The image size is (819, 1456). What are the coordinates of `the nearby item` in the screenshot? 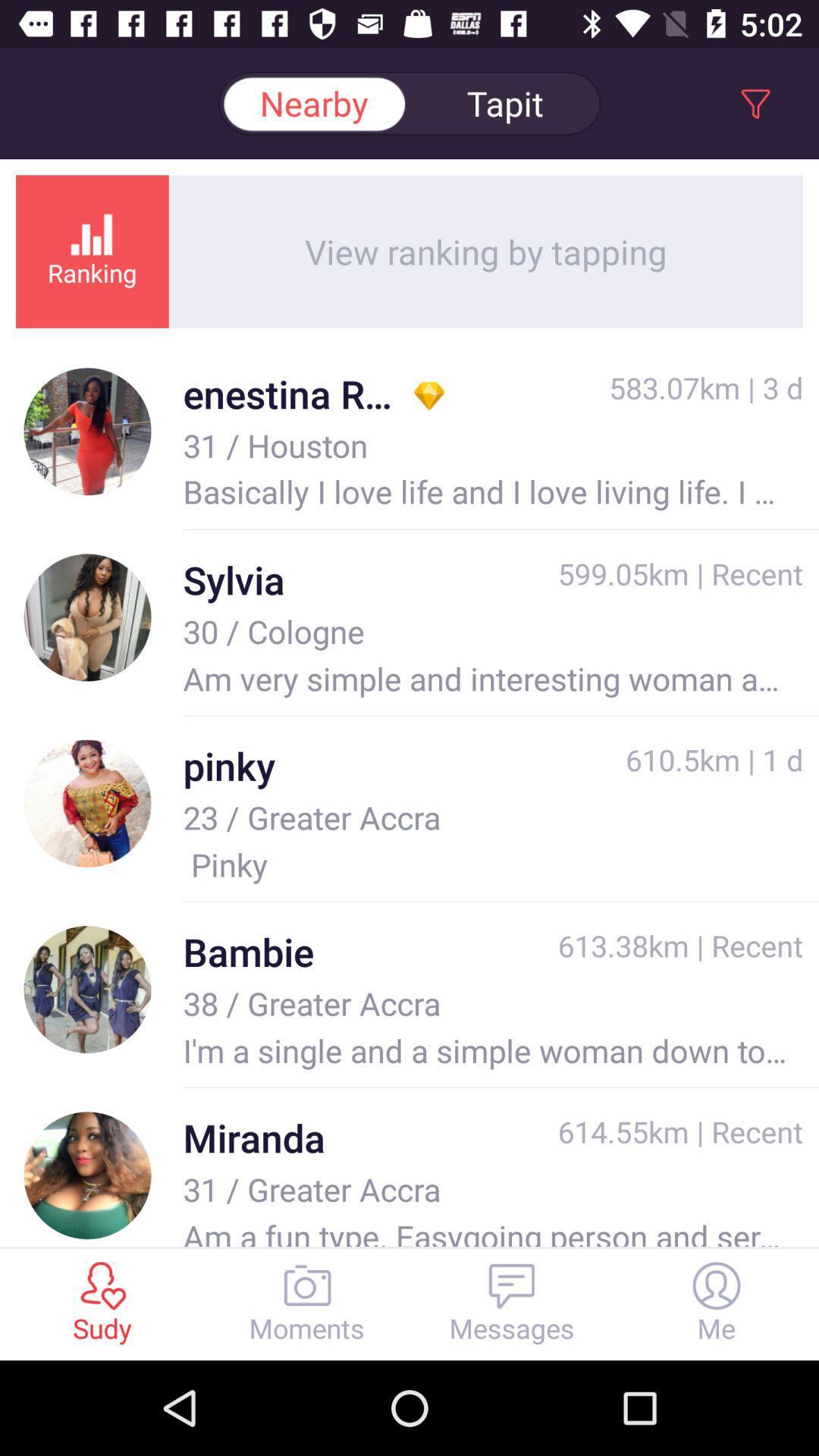 It's located at (312, 102).